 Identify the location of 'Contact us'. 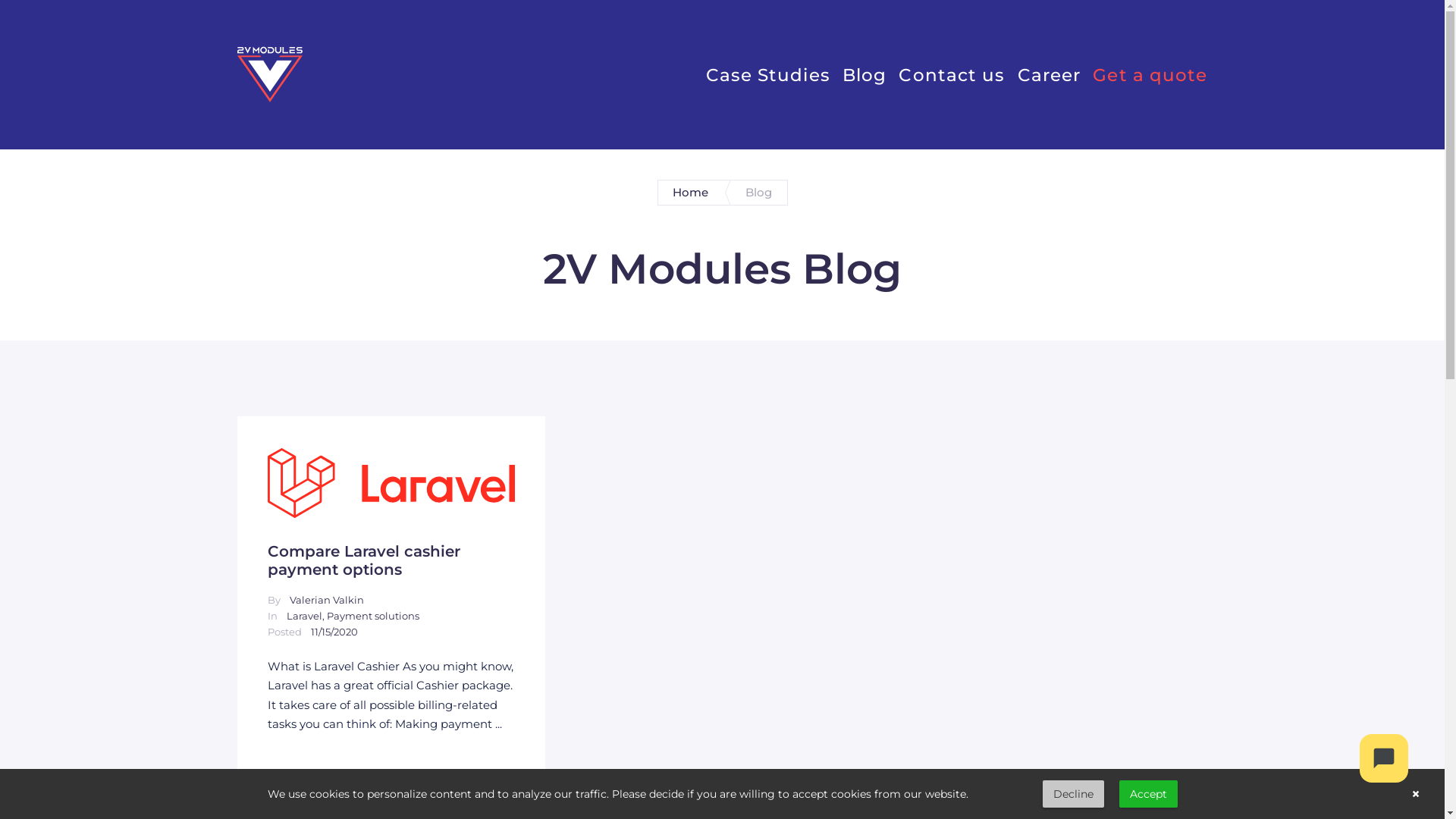
(899, 74).